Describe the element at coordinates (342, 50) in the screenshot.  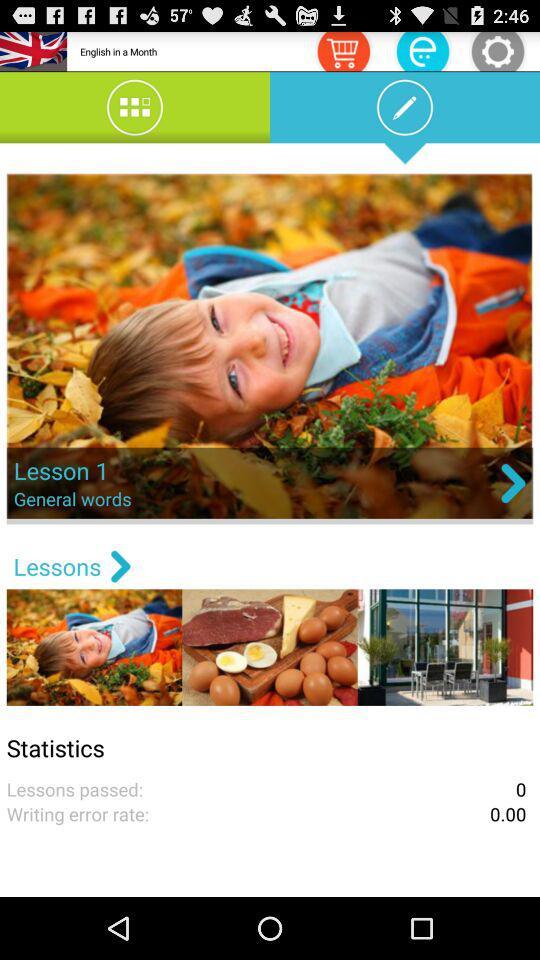
I see `talvez seja somente um problema` at that location.